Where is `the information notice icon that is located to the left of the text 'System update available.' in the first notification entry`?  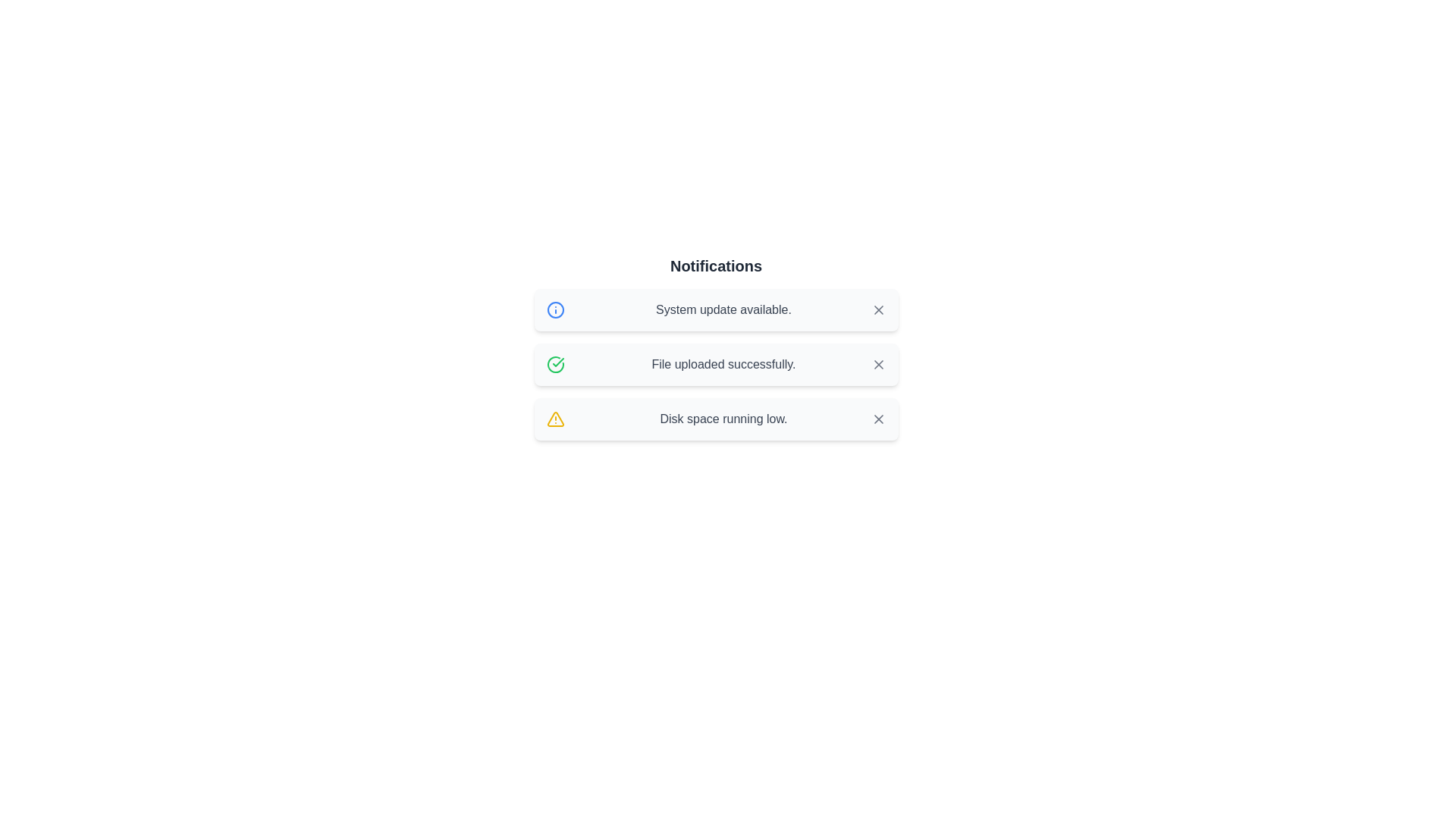
the information notice icon that is located to the left of the text 'System update available.' in the first notification entry is located at coordinates (554, 309).